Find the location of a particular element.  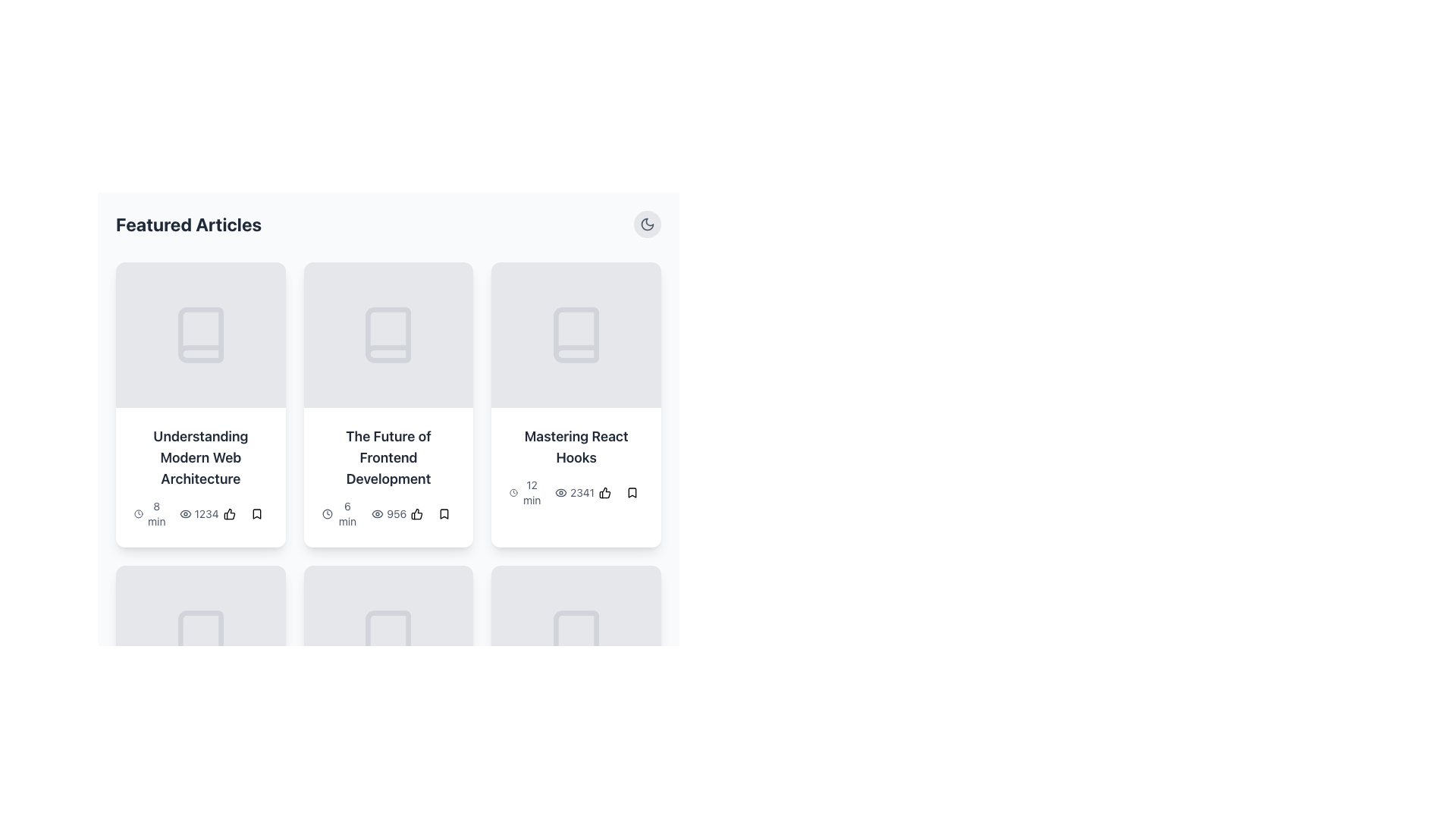

the text element indicating view count located in the lower-left corner of the first article card is located at coordinates (198, 513).